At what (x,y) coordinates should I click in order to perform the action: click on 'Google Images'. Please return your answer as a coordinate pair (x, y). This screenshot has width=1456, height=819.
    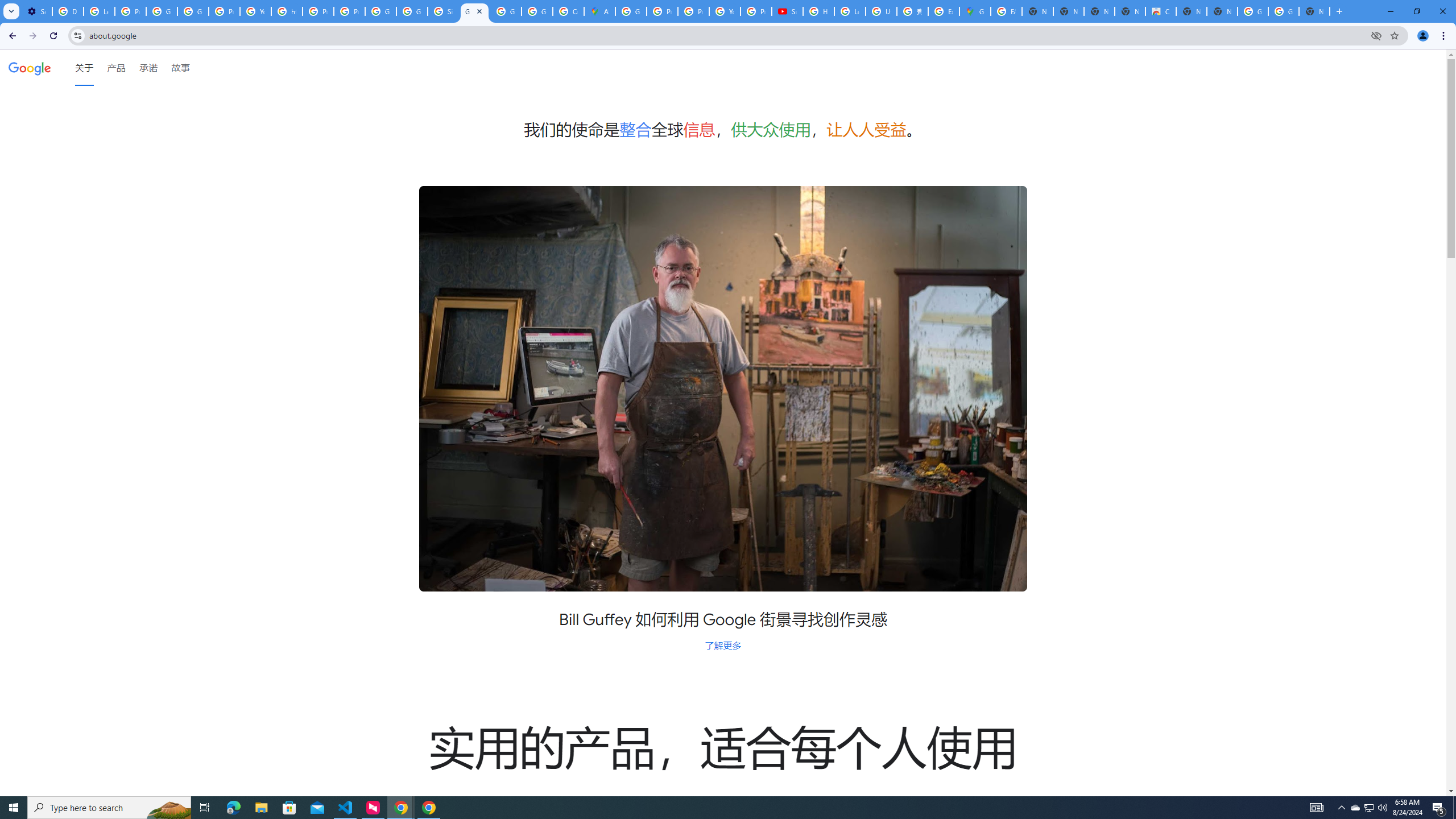
    Looking at the image, I should click on (1252, 11).